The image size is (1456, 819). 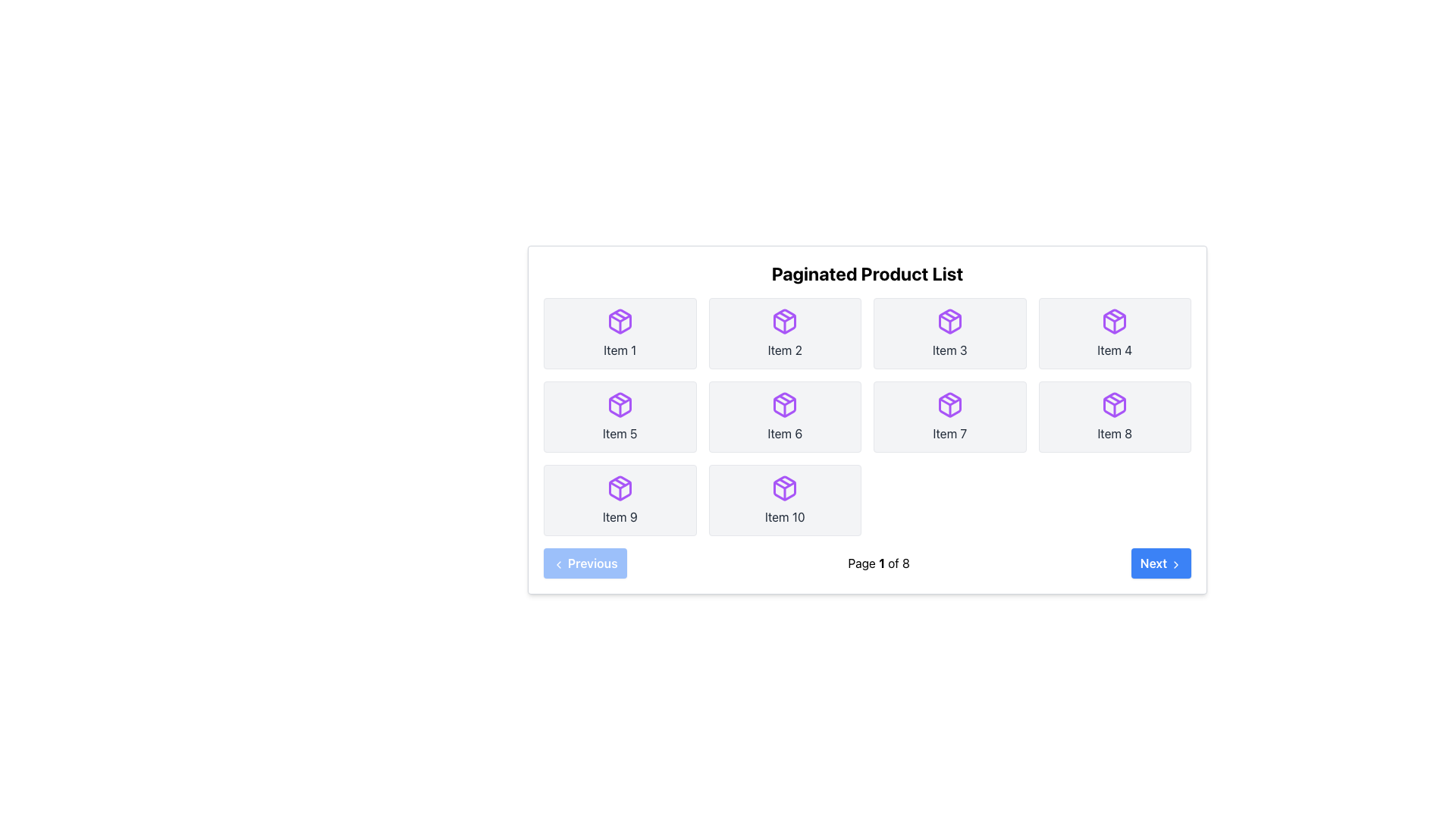 I want to click on the 'Item 2' text label, which is styled with gray text color and centered alignment within a light gray box, located in the first row, second column of the grid layout, so click(x=785, y=350).